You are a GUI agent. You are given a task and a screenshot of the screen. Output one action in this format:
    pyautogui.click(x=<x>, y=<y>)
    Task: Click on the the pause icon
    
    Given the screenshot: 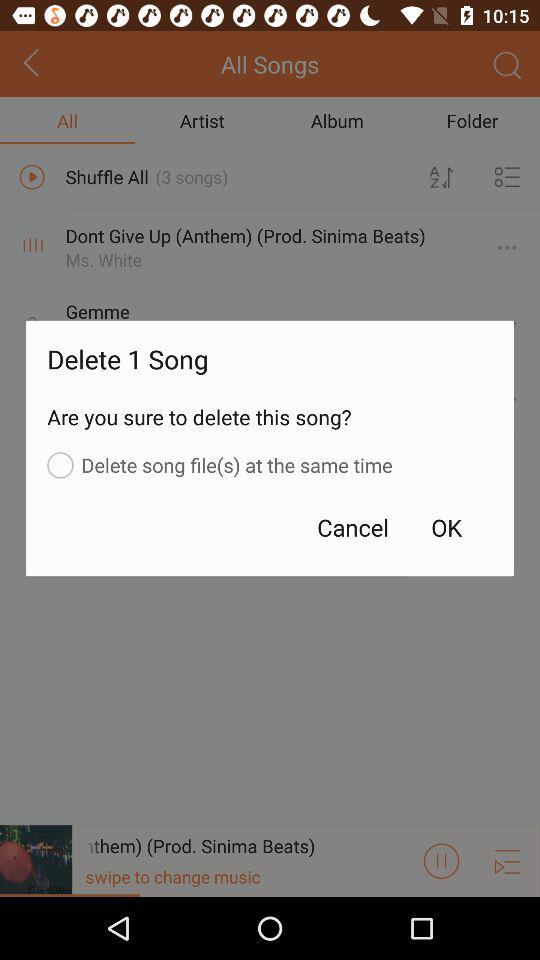 What is the action you would take?
    pyautogui.click(x=441, y=921)
    